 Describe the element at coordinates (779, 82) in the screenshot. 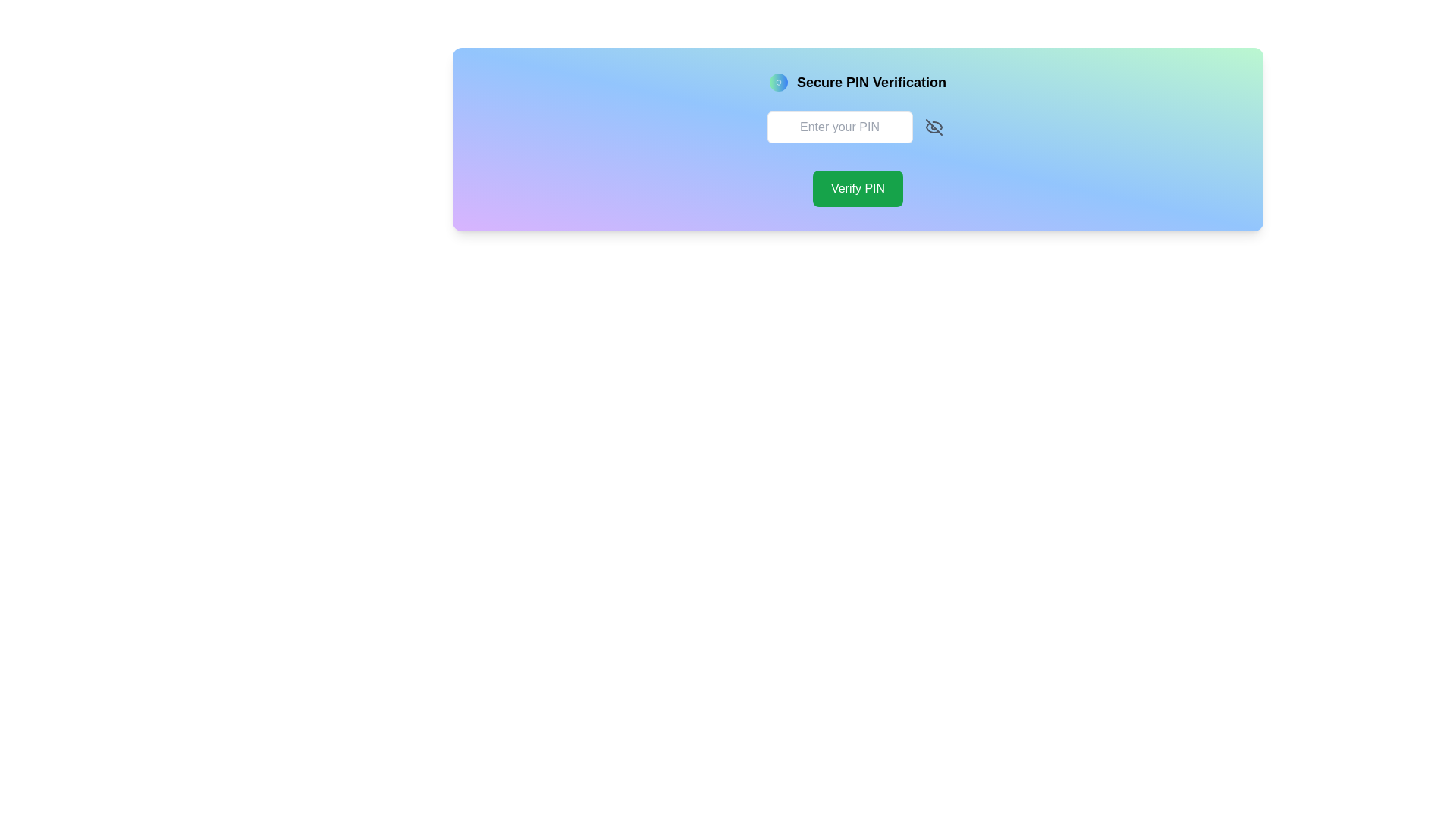

I see `the shield icon with a gradient background located adjacent to the text 'Secure PIN Verification'` at that location.